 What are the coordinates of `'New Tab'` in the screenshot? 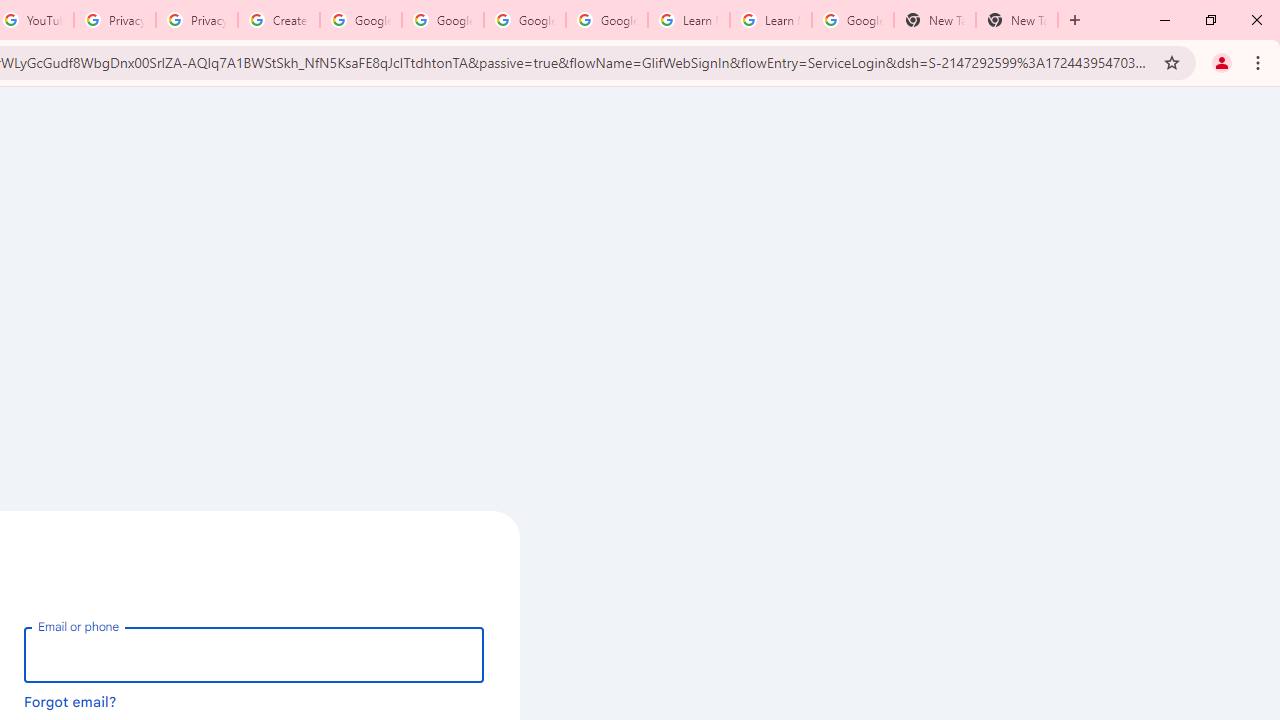 It's located at (934, 20).